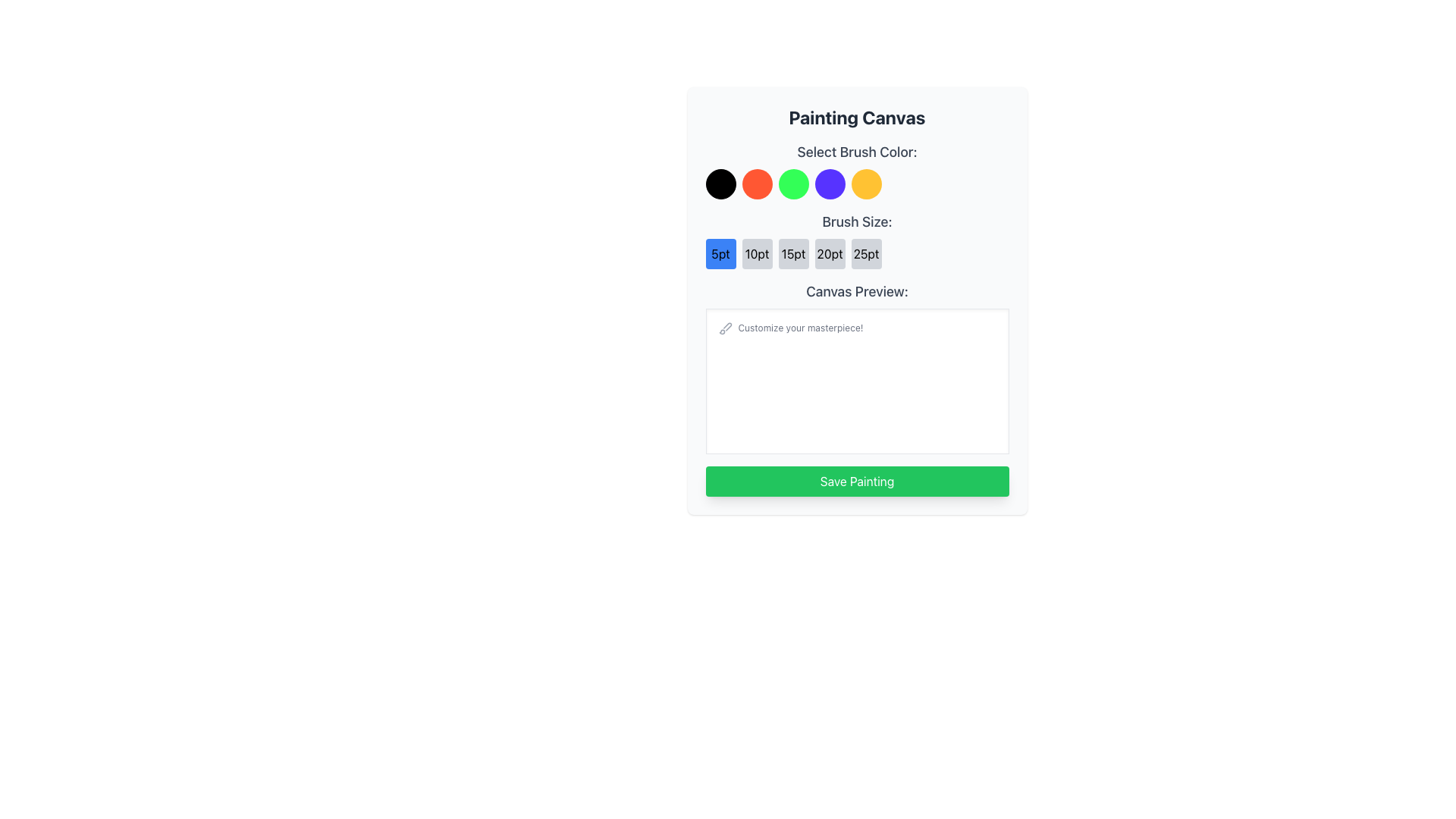 Image resolution: width=1456 pixels, height=819 pixels. What do you see at coordinates (857, 253) in the screenshot?
I see `the button in the group below the 'Brush Size:' text` at bounding box center [857, 253].